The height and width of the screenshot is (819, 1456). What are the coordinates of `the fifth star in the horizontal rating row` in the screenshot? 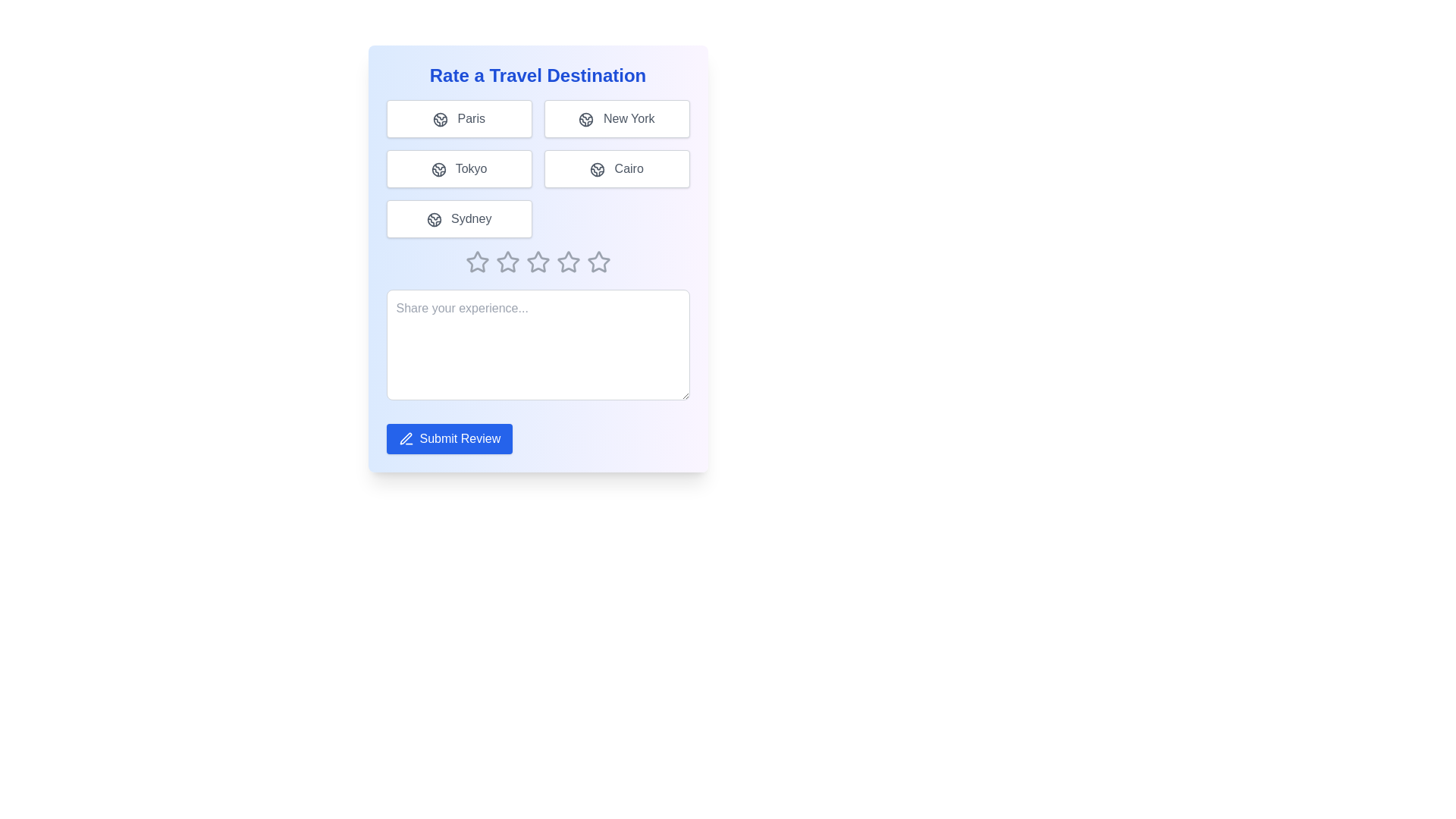 It's located at (567, 262).